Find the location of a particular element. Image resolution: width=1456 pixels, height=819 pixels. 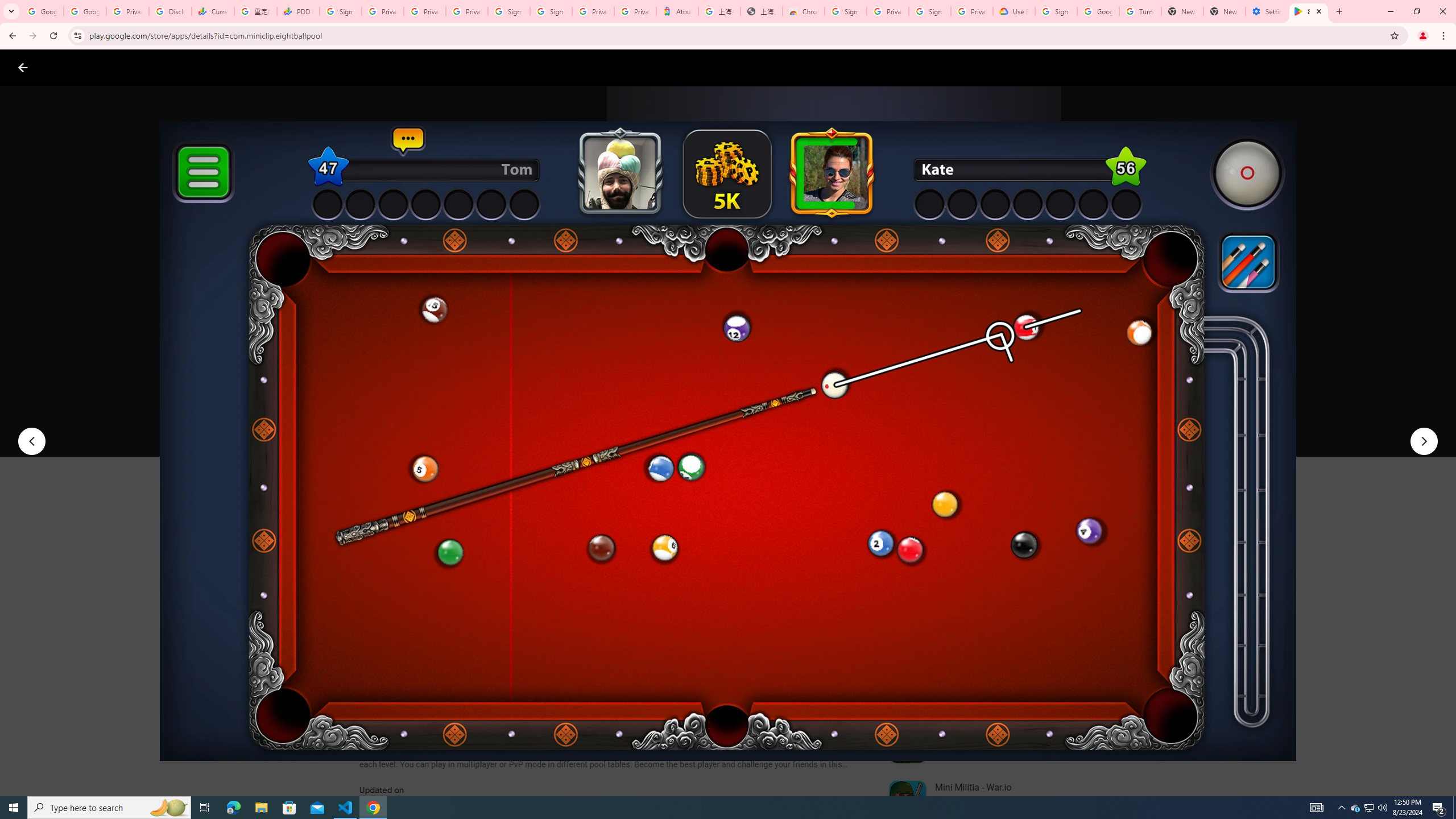

'Open account menu' is located at coordinates (1436, 67).